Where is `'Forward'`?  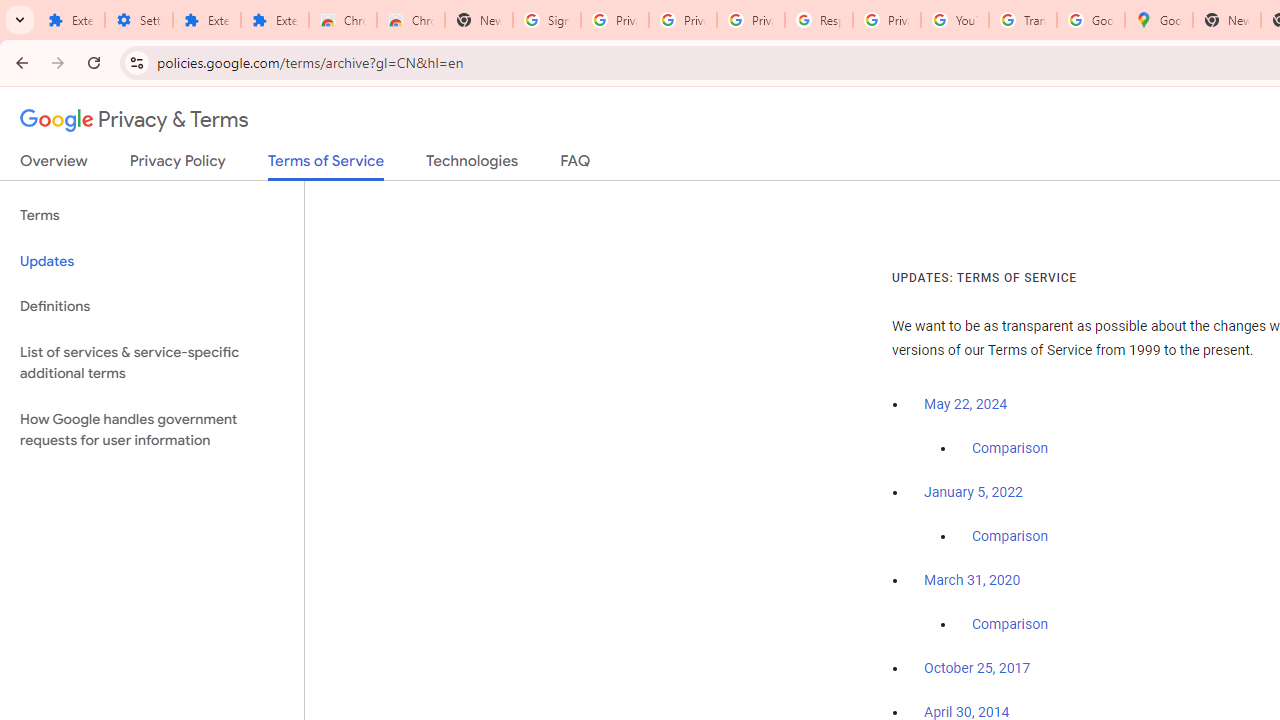 'Forward' is located at coordinates (58, 61).